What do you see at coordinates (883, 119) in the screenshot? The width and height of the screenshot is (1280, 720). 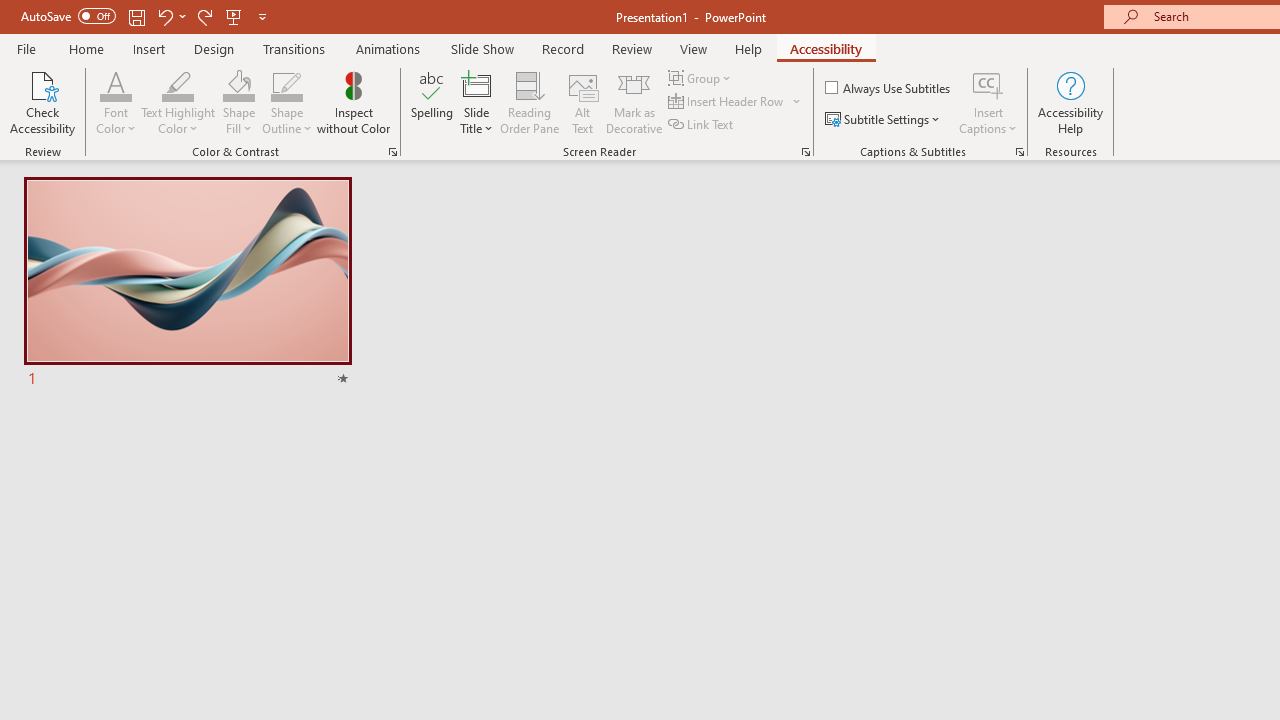 I see `'Subtitle Settings'` at bounding box center [883, 119].